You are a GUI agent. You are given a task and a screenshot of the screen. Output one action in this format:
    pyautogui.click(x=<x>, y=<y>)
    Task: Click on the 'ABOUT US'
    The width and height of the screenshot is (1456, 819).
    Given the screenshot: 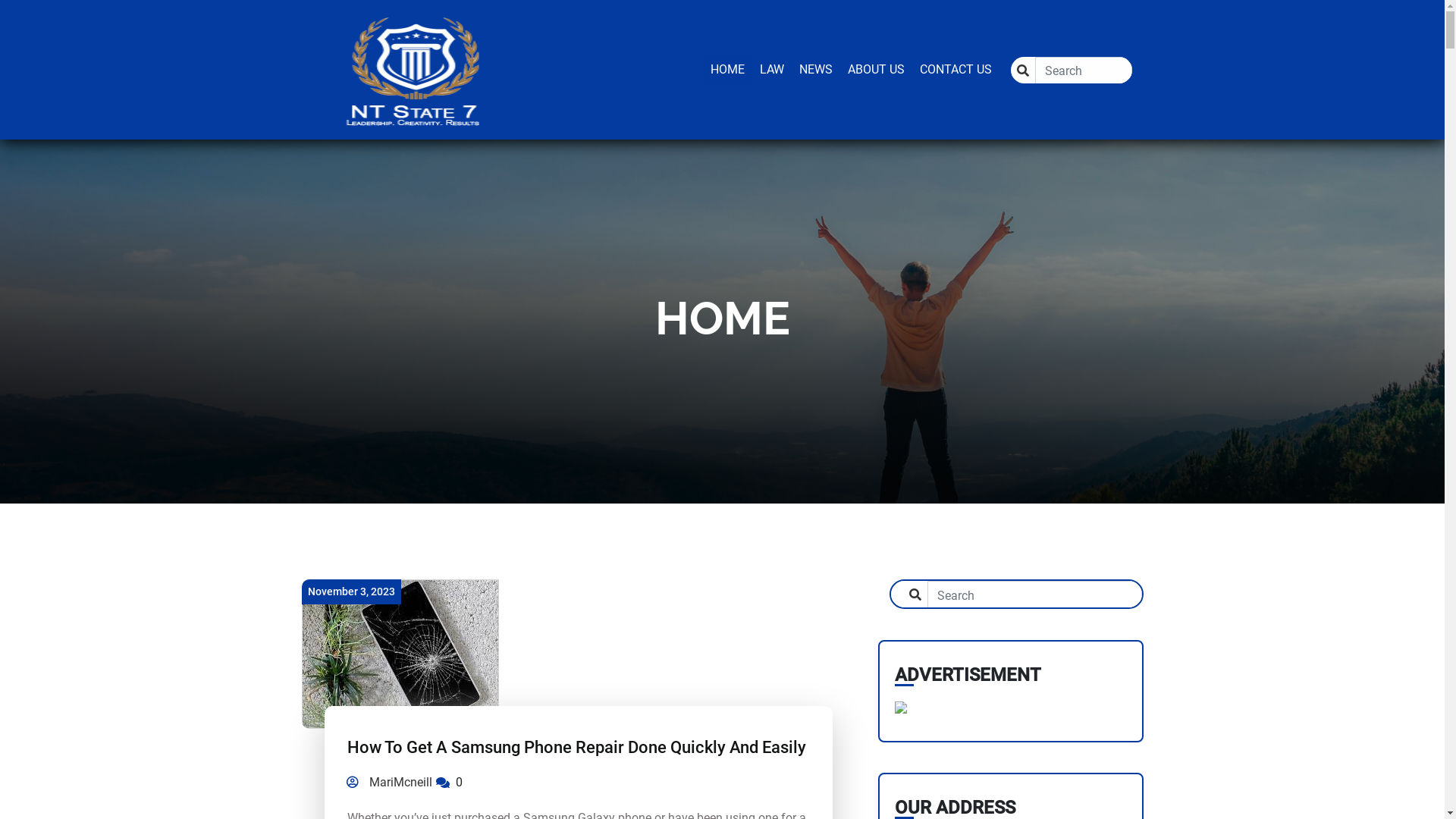 What is the action you would take?
    pyautogui.click(x=876, y=69)
    